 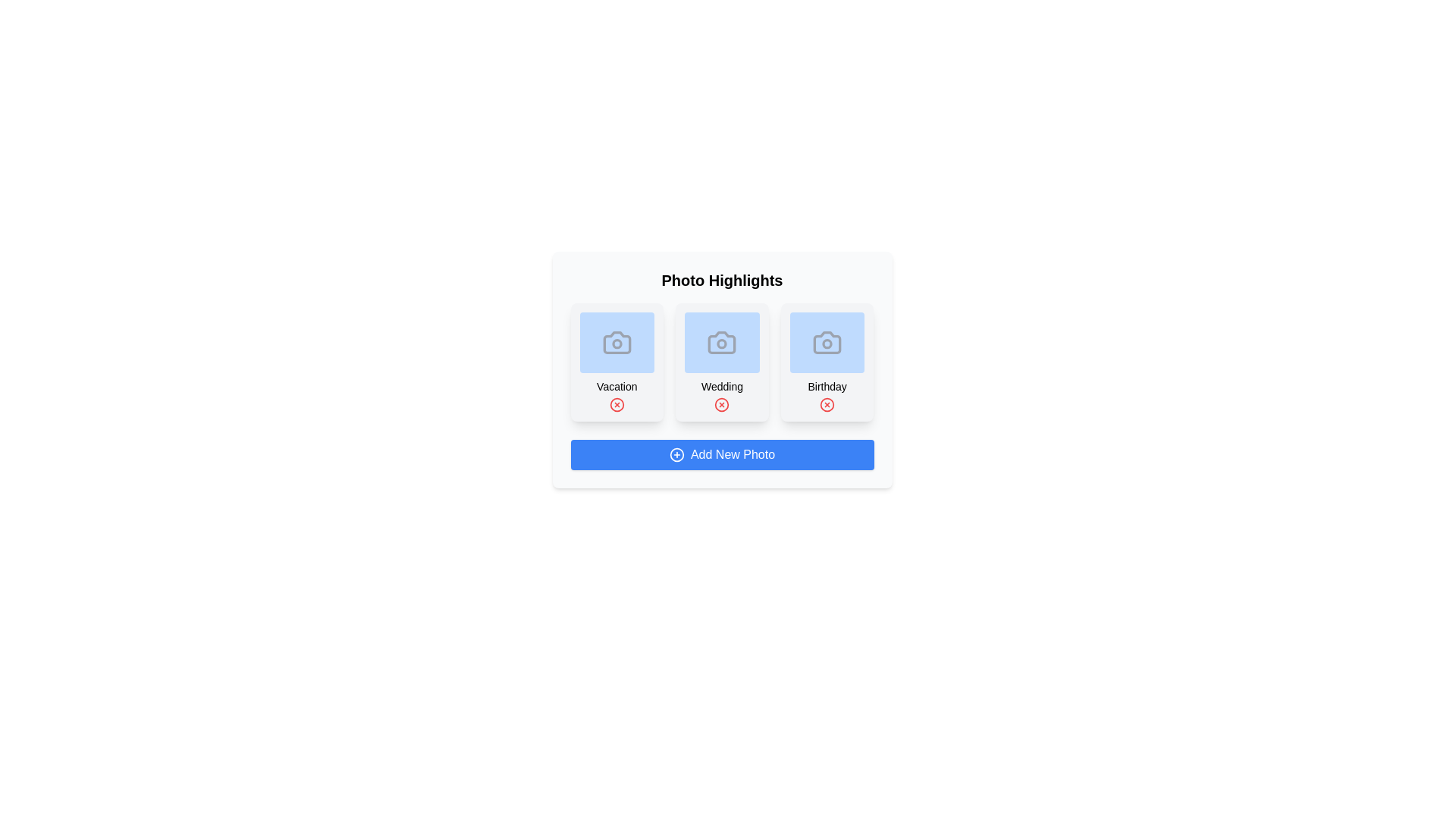 What do you see at coordinates (617, 403) in the screenshot?
I see `the delete button for the photo labeled Vacation` at bounding box center [617, 403].